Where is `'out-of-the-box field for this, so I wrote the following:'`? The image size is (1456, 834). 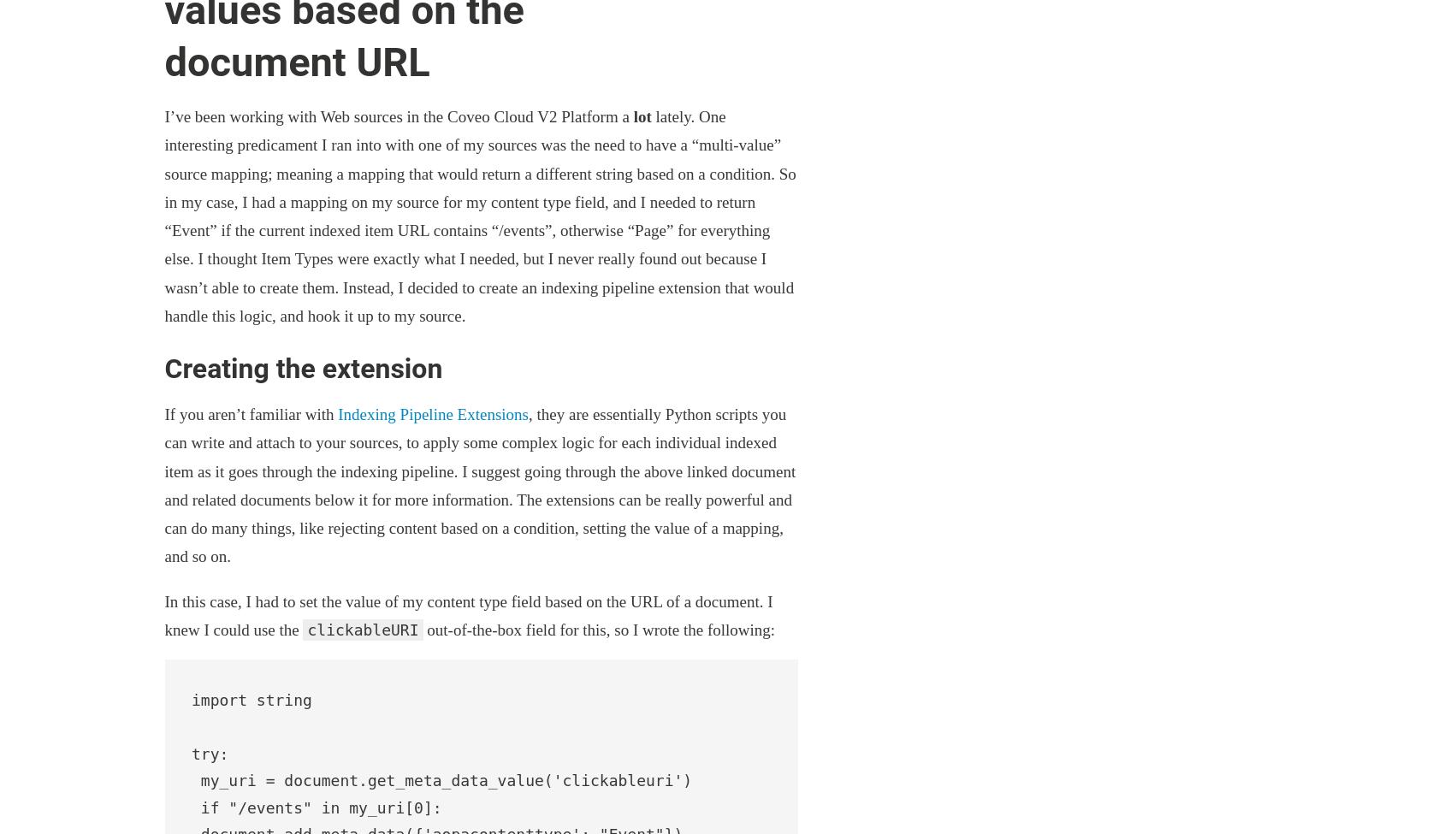
'out-of-the-box field for this, so I wrote the following:' is located at coordinates (599, 628).